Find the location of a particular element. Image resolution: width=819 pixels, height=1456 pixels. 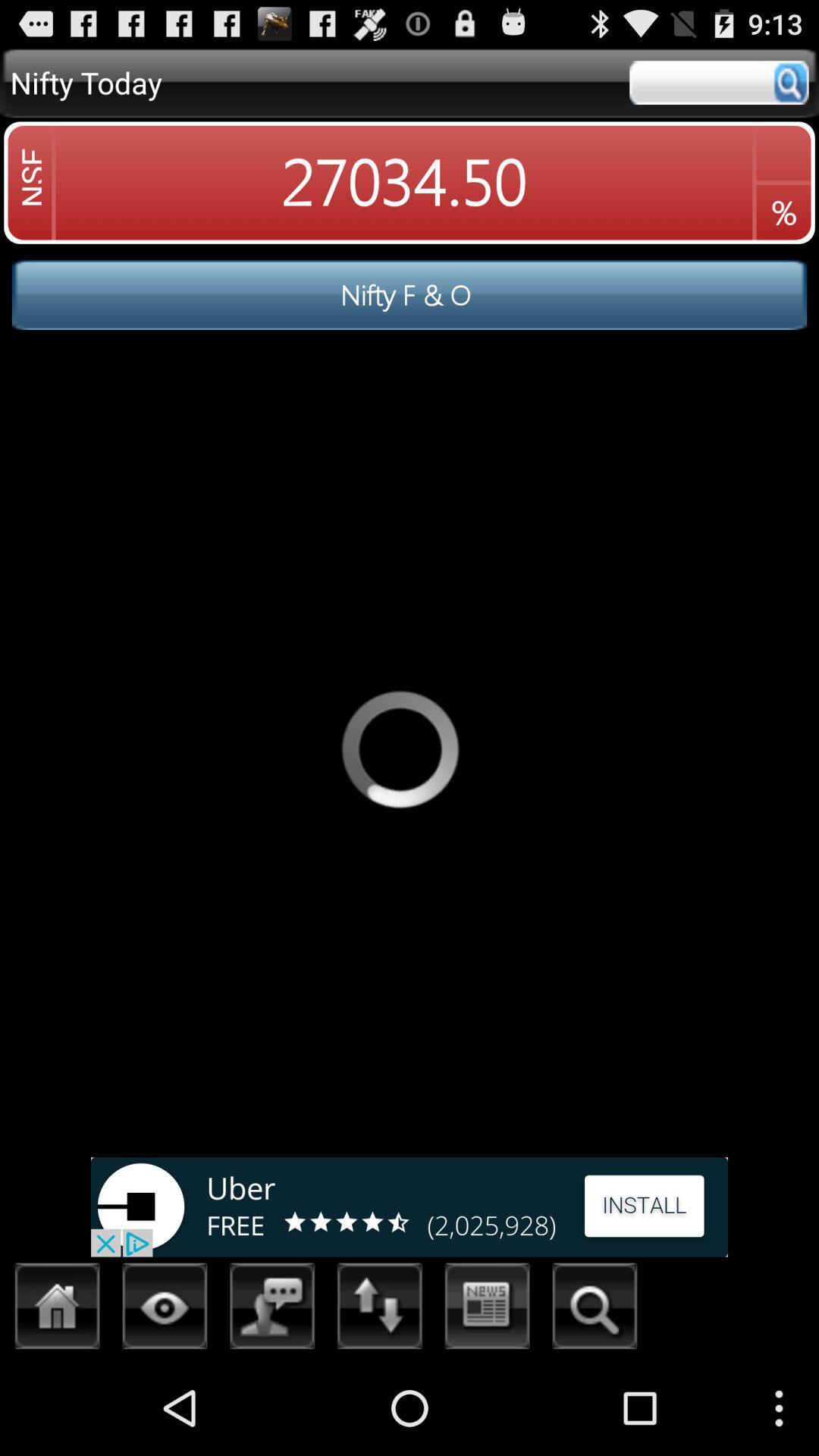

search is located at coordinates (594, 1310).